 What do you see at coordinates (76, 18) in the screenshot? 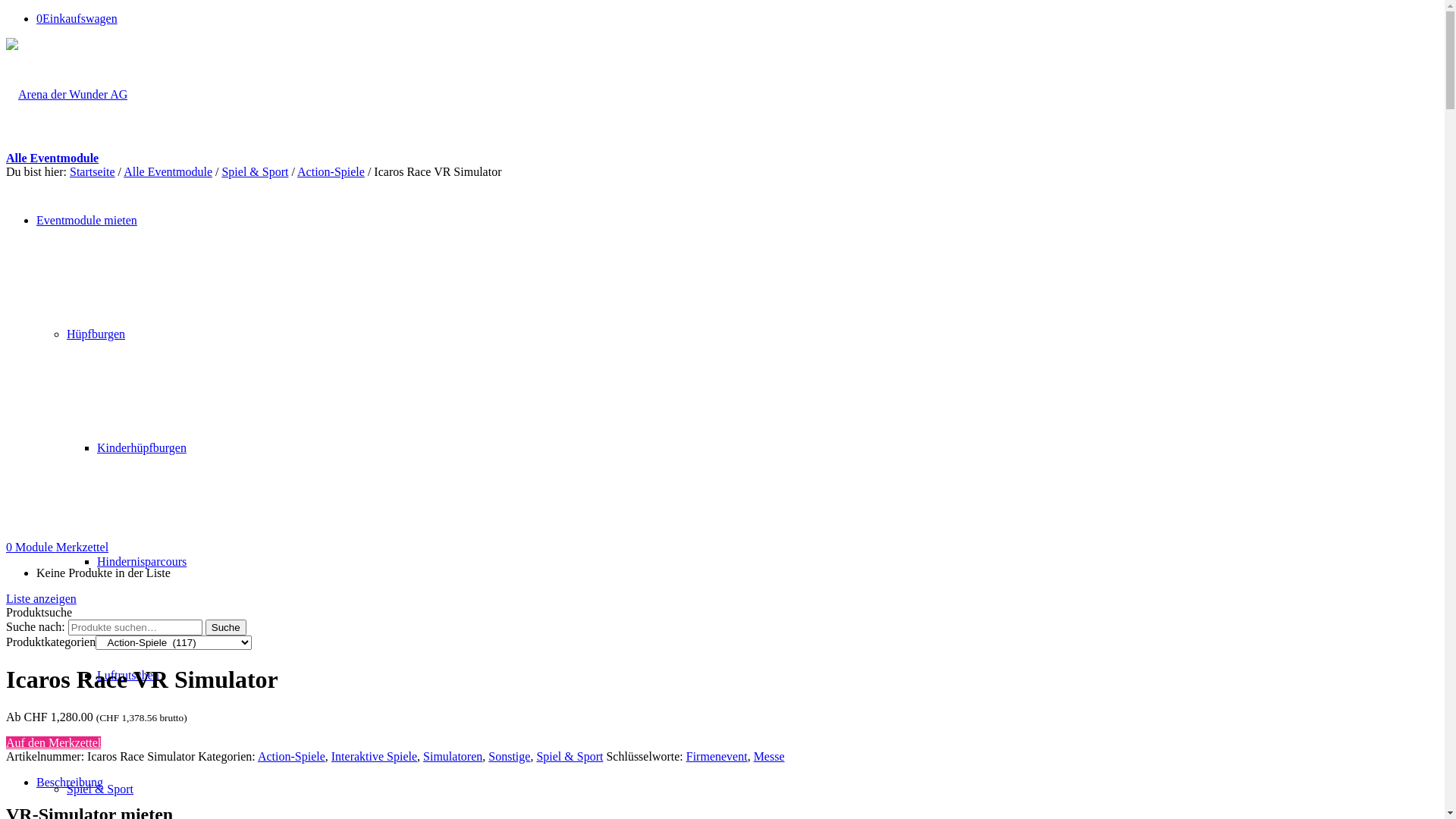
I see `'0Einkaufswagen'` at bounding box center [76, 18].